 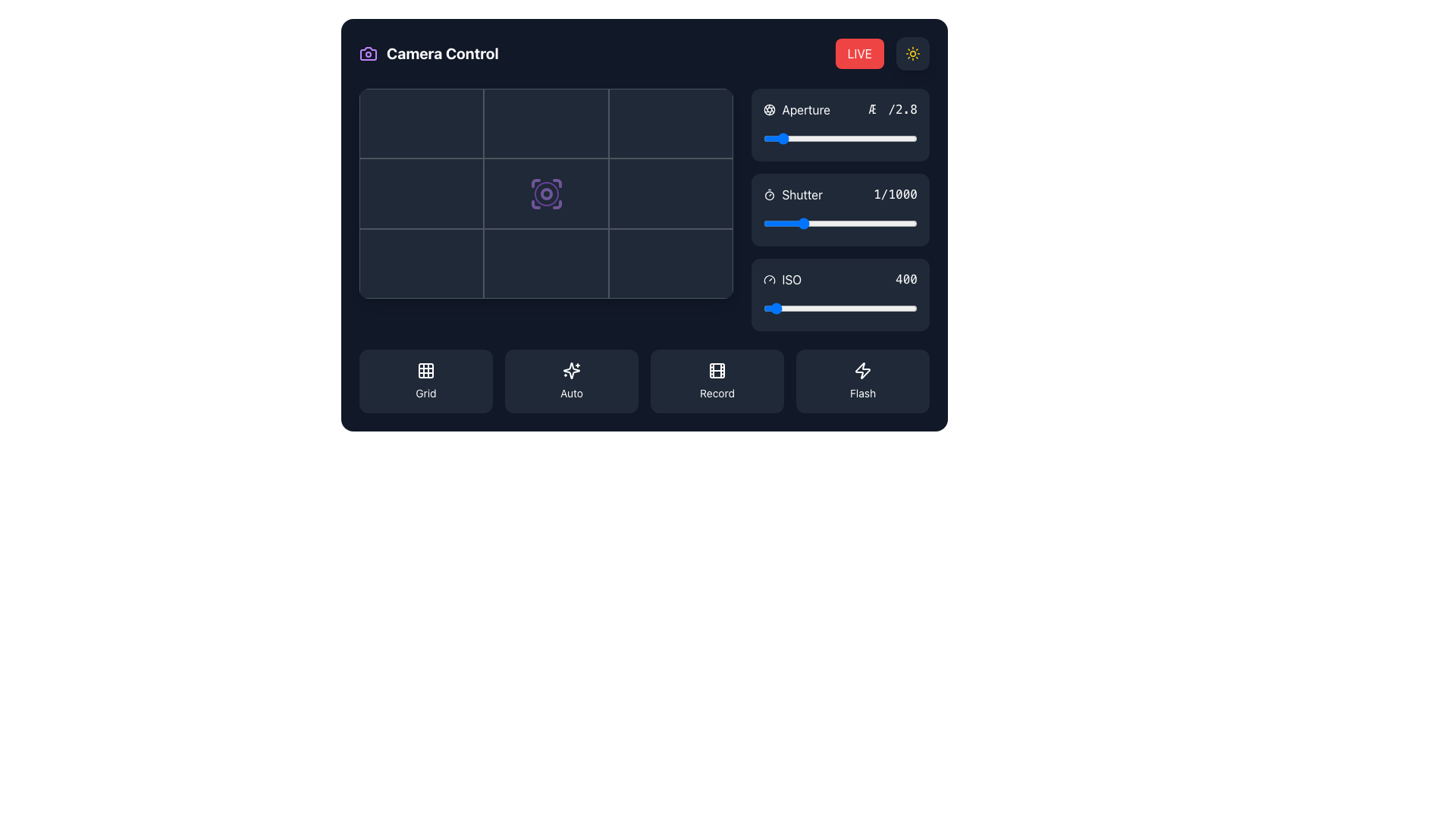 What do you see at coordinates (829, 223) in the screenshot?
I see `the shutter speed` at bounding box center [829, 223].